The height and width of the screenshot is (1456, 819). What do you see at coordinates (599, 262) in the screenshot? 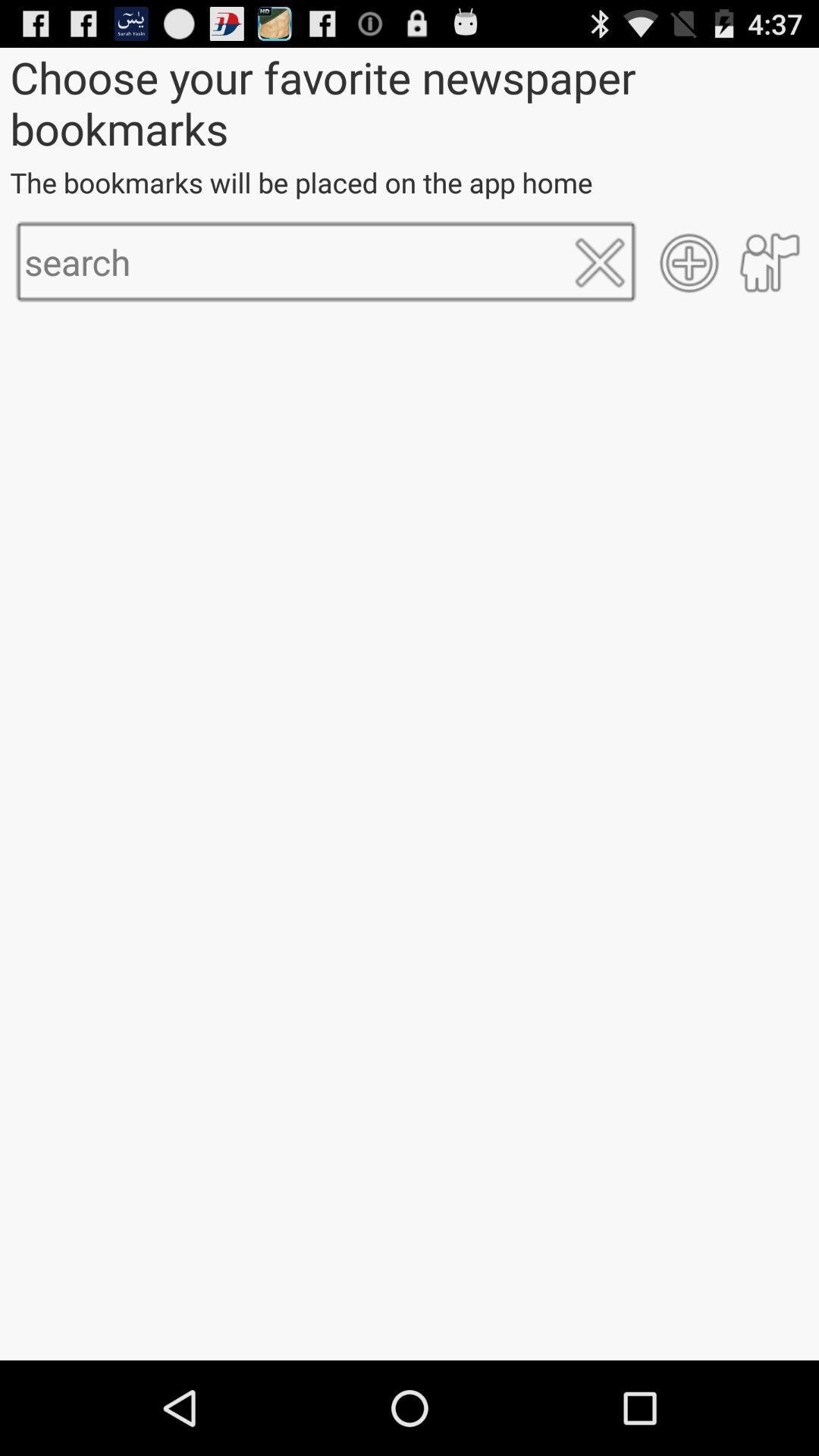
I see `icon below the the bookmarks will` at bounding box center [599, 262].